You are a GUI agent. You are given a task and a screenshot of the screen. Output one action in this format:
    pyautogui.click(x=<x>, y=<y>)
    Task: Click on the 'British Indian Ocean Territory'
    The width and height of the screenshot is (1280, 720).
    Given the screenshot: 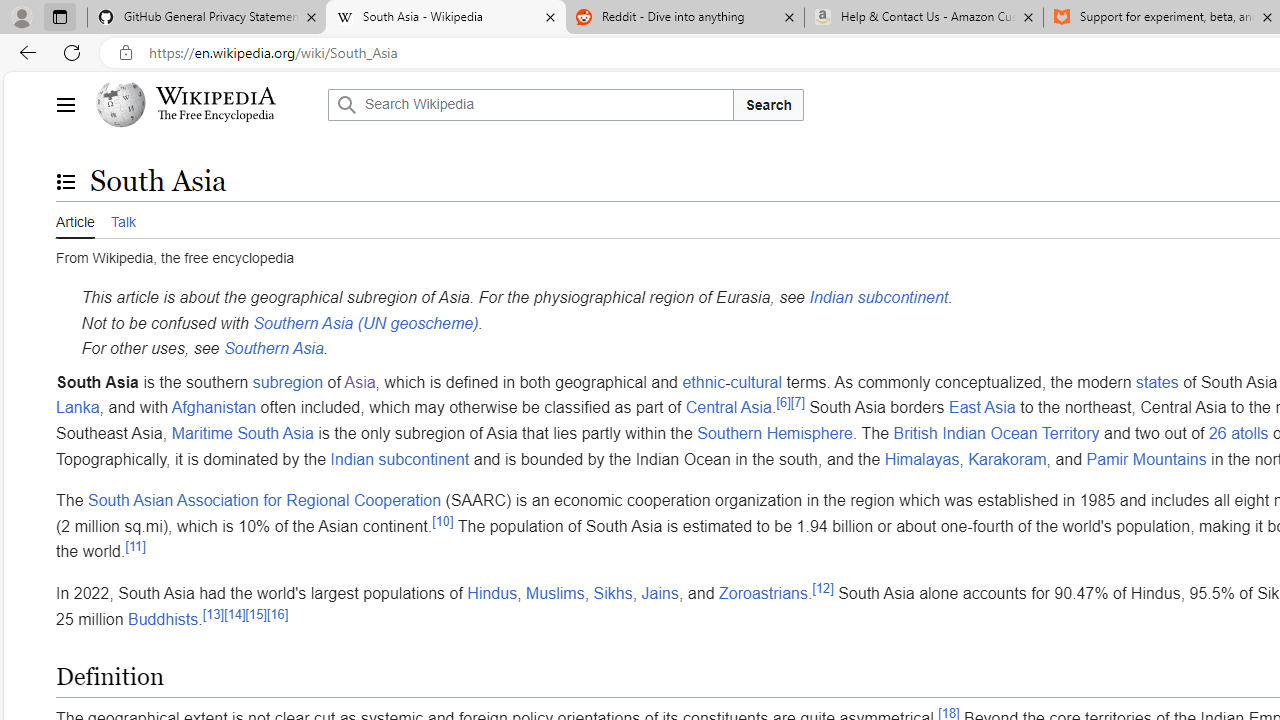 What is the action you would take?
    pyautogui.click(x=996, y=432)
    